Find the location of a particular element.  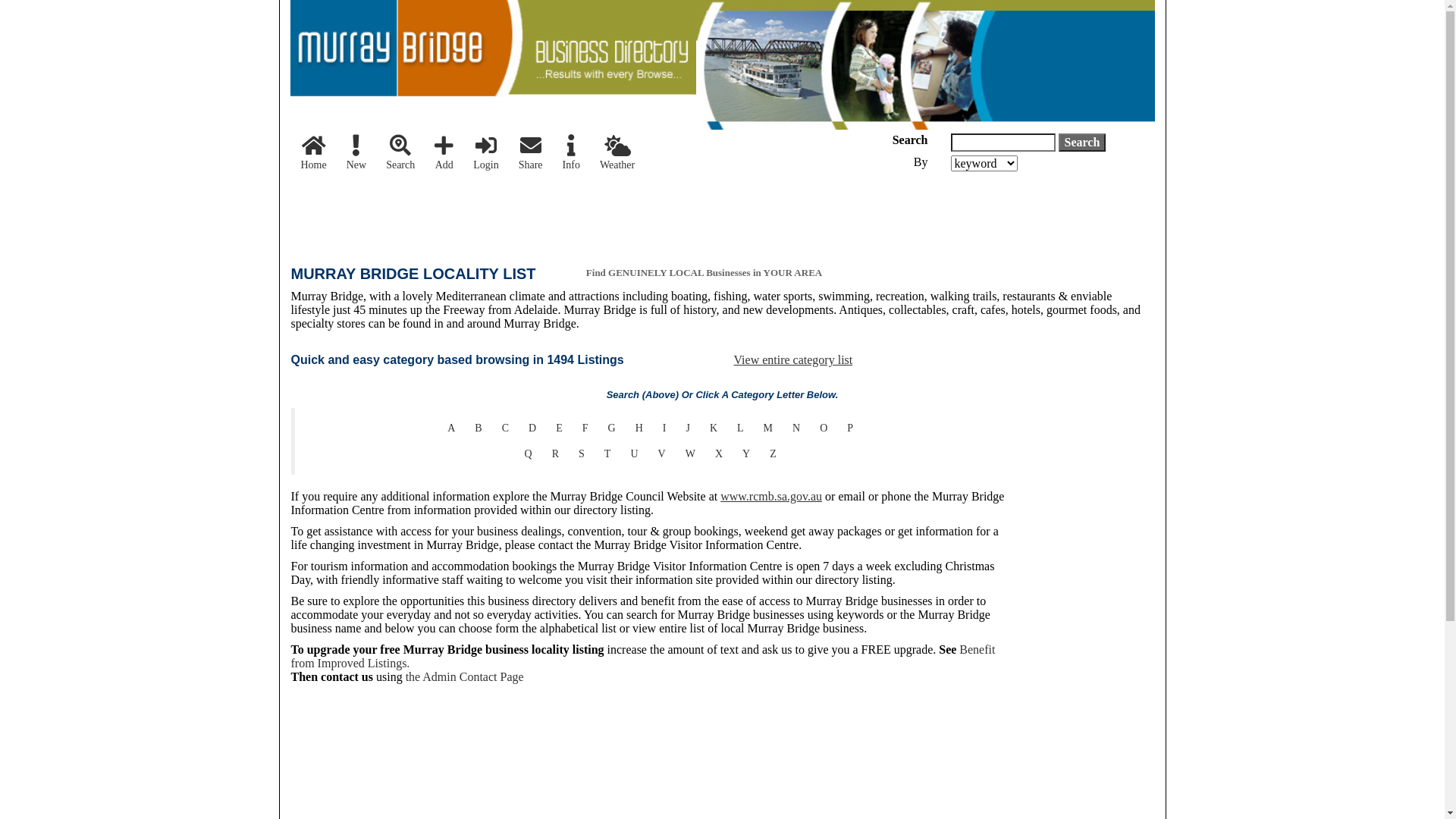

'M' is located at coordinates (767, 428).